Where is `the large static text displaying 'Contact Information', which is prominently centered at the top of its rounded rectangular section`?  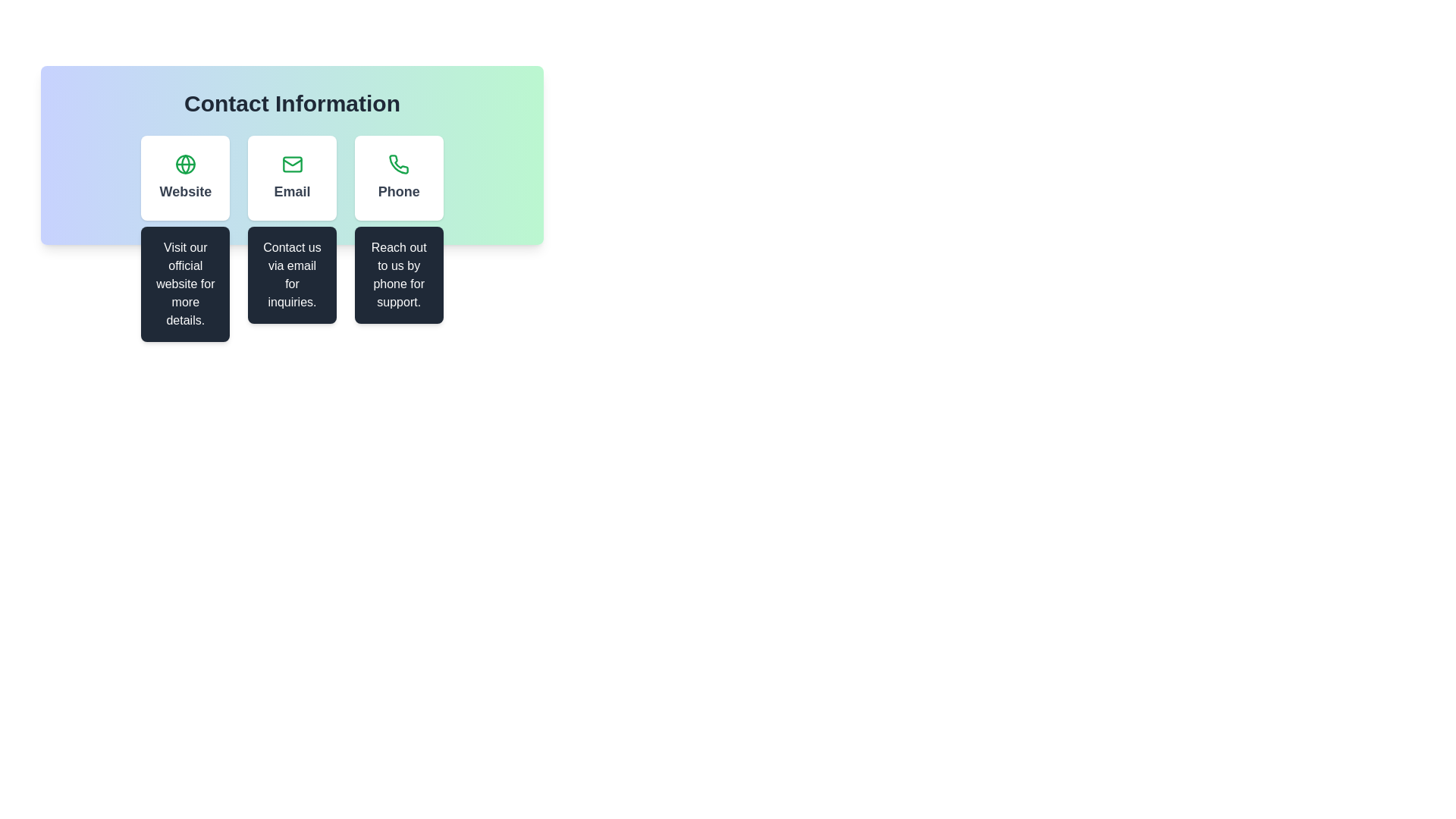 the large static text displaying 'Contact Information', which is prominently centered at the top of its rounded rectangular section is located at coordinates (292, 103).